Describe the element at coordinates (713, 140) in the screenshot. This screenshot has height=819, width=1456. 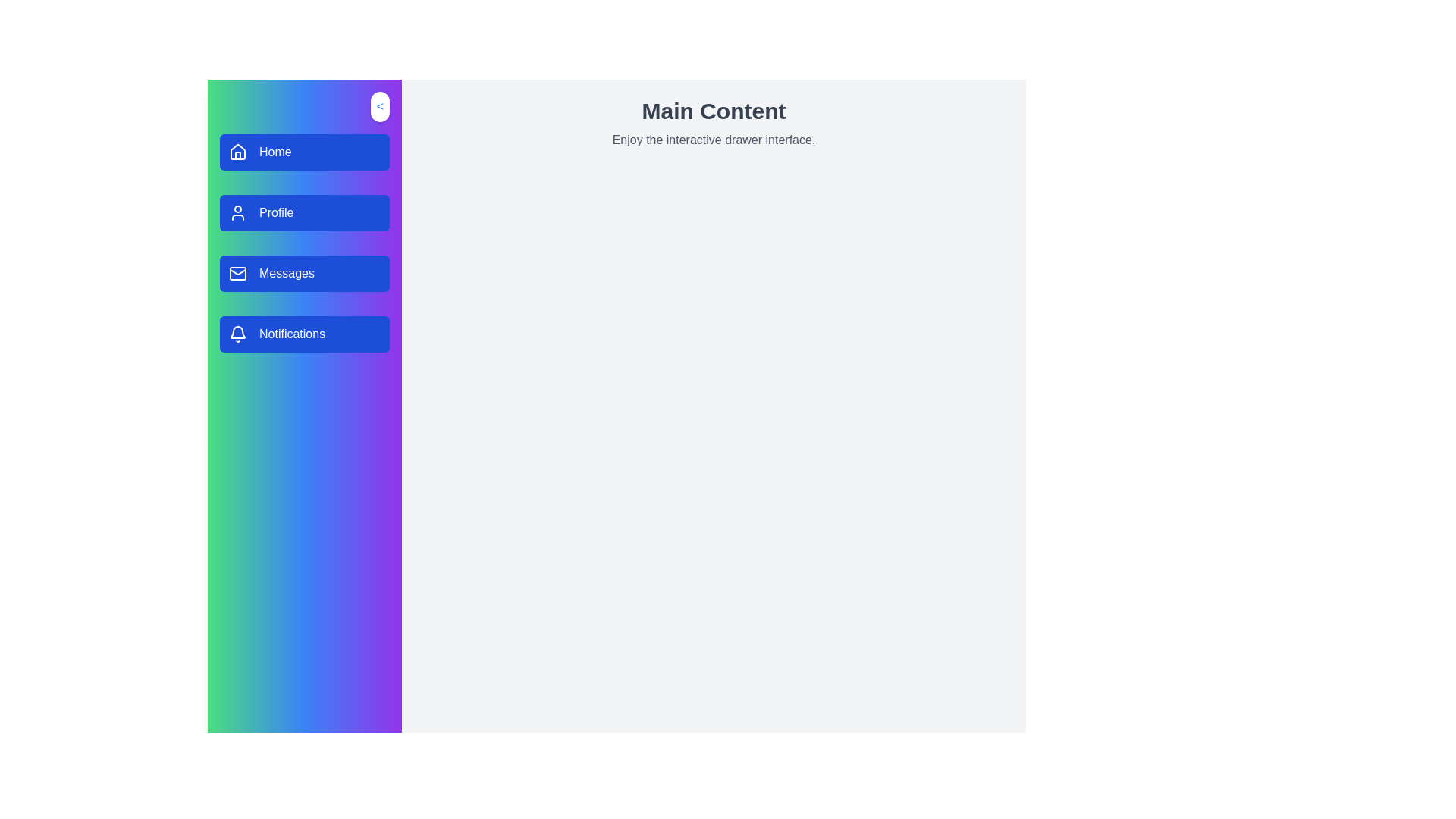
I see `the text display element that shows 'Enjoy the interactive drawer interface.' positioned directly beneath the heading 'Main Content.'` at that location.